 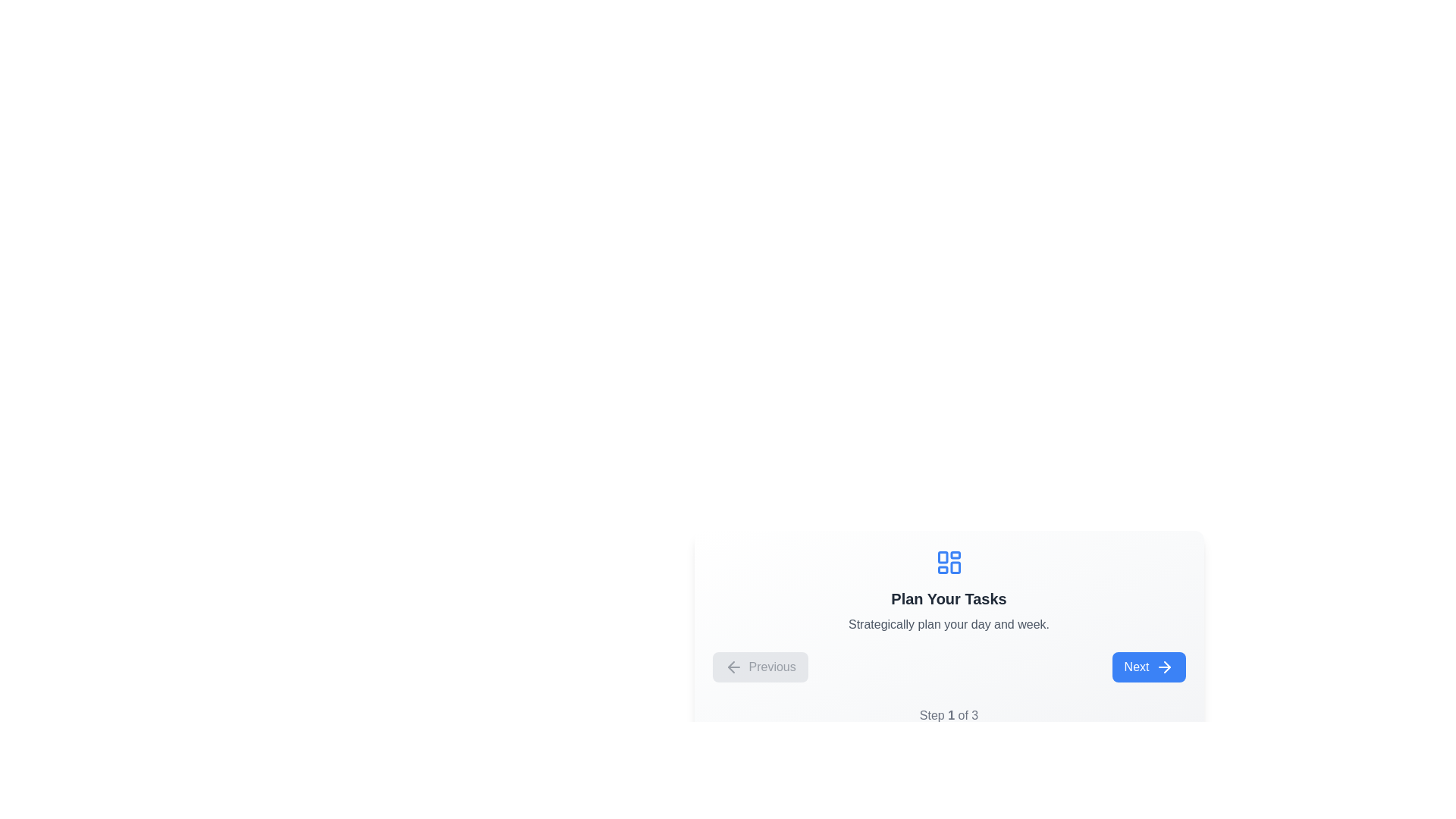 I want to click on the 'Next' button to proceed to the next step, so click(x=1149, y=666).